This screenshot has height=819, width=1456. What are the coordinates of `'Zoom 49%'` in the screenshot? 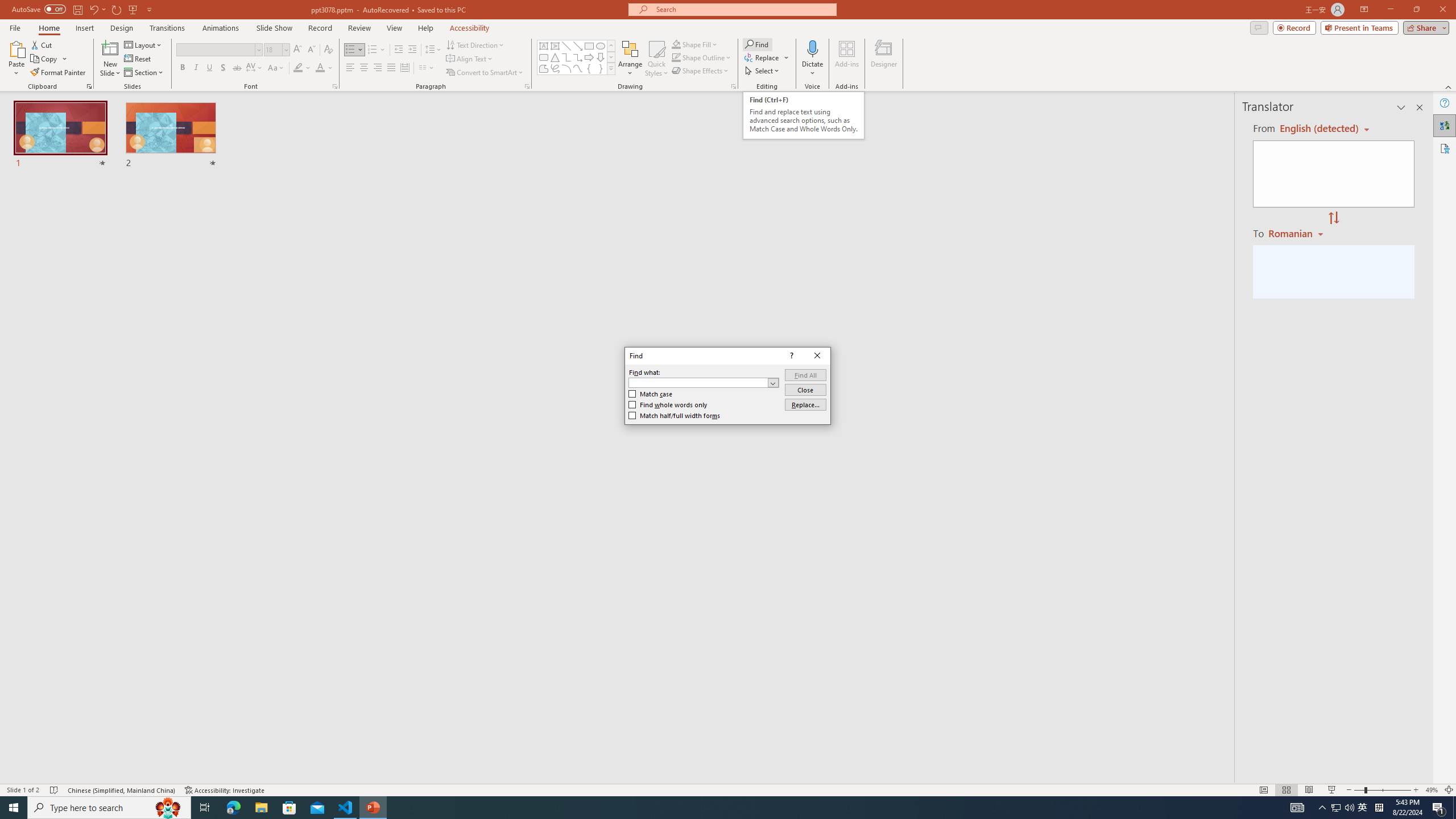 It's located at (1431, 790).